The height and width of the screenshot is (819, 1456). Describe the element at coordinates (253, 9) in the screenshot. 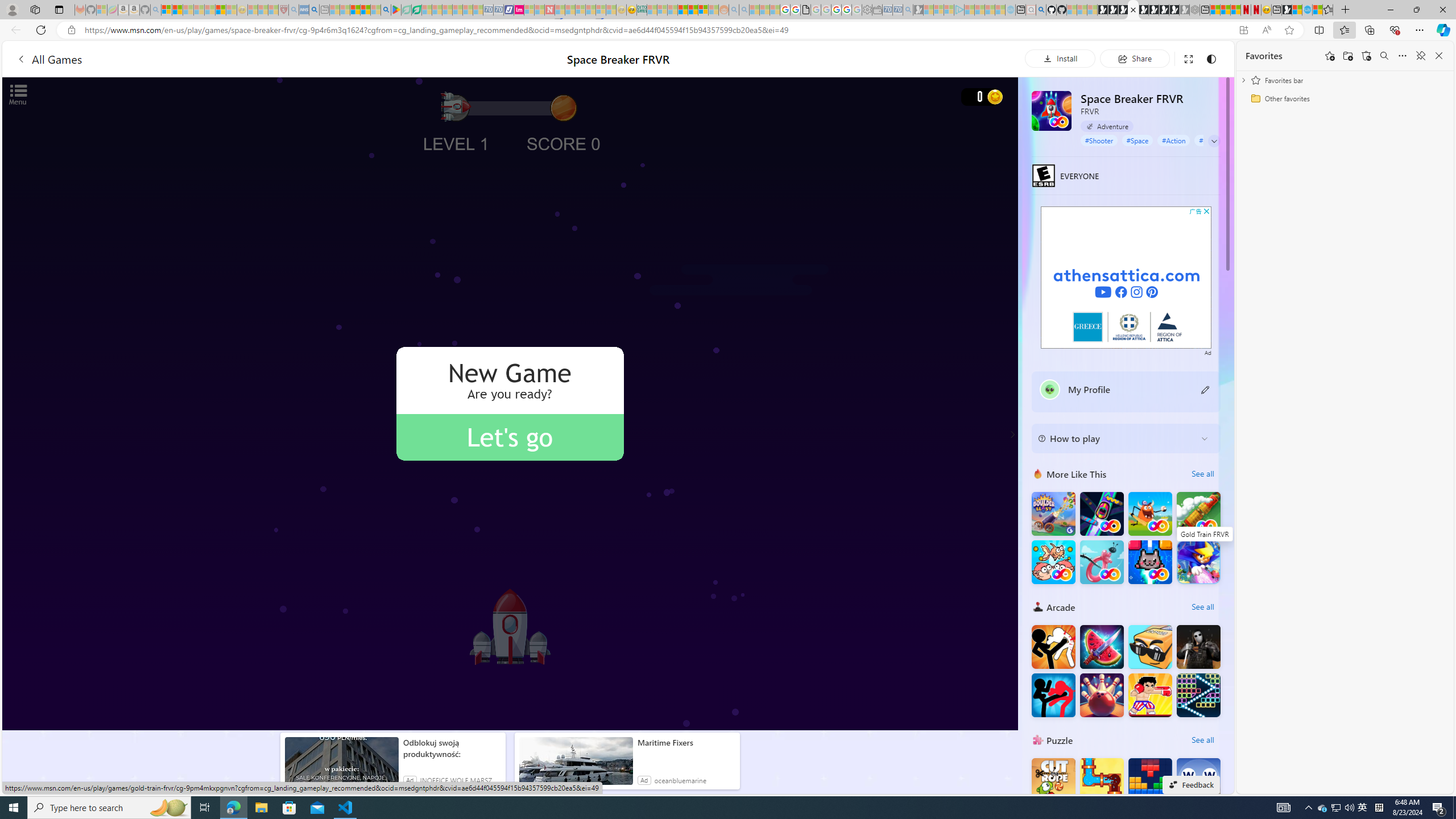

I see `'Recipes - MSN - Sleeping'` at that location.